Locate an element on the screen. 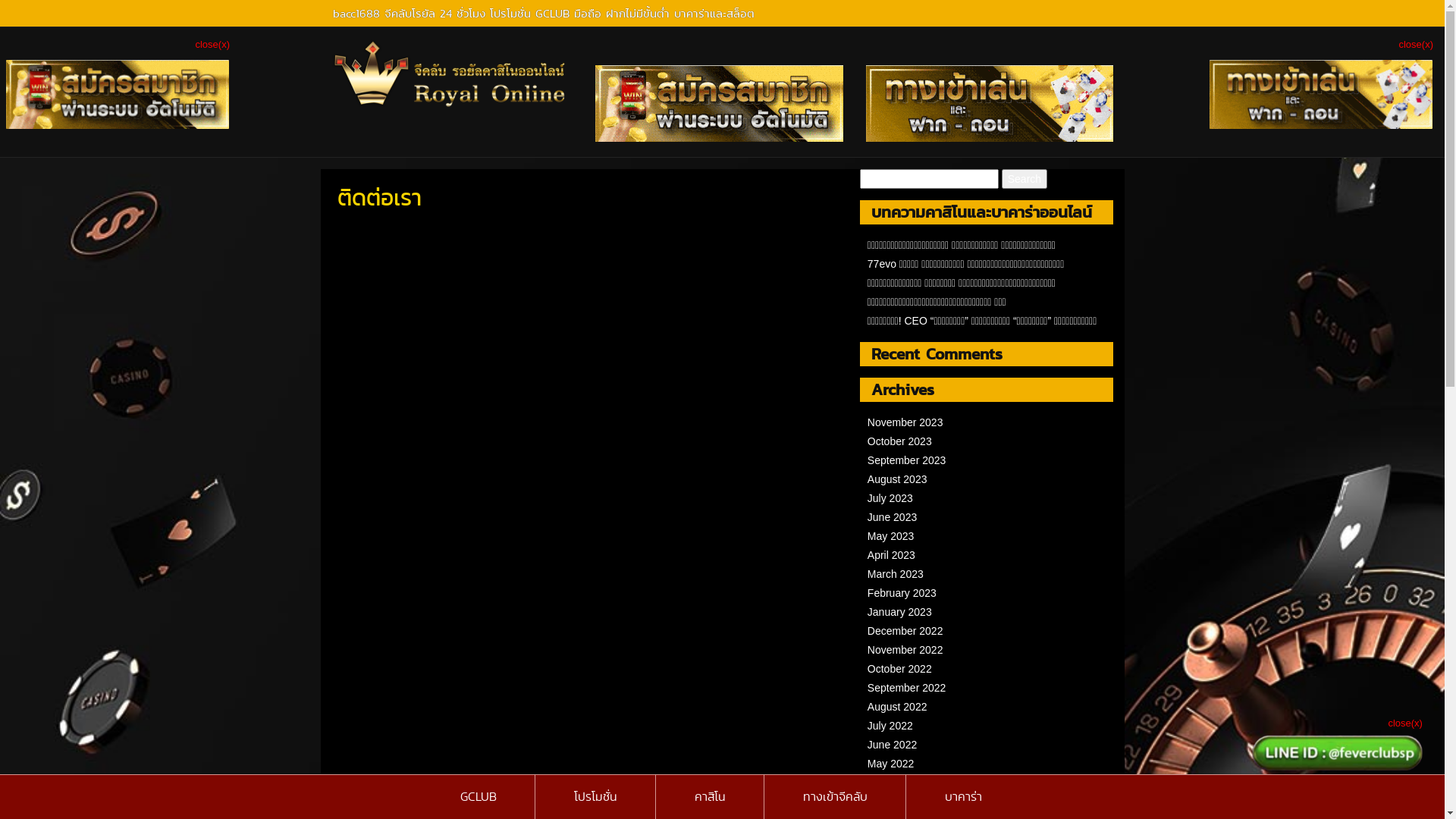  'Search' is located at coordinates (1001, 177).